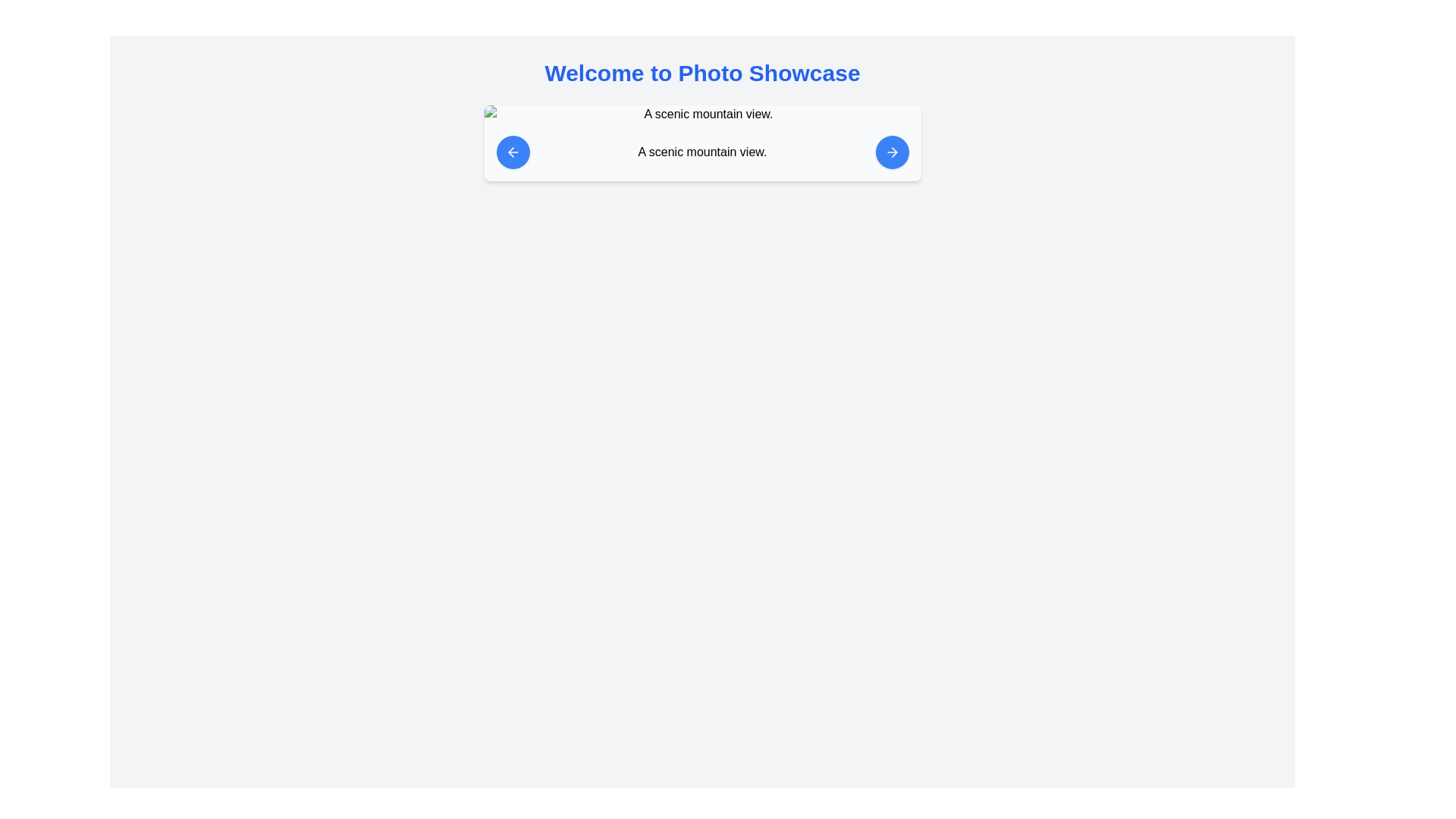  Describe the element at coordinates (701, 73) in the screenshot. I see `the Text Header element, which serves as the title or heading for the page, located at the top center of the interface` at that location.